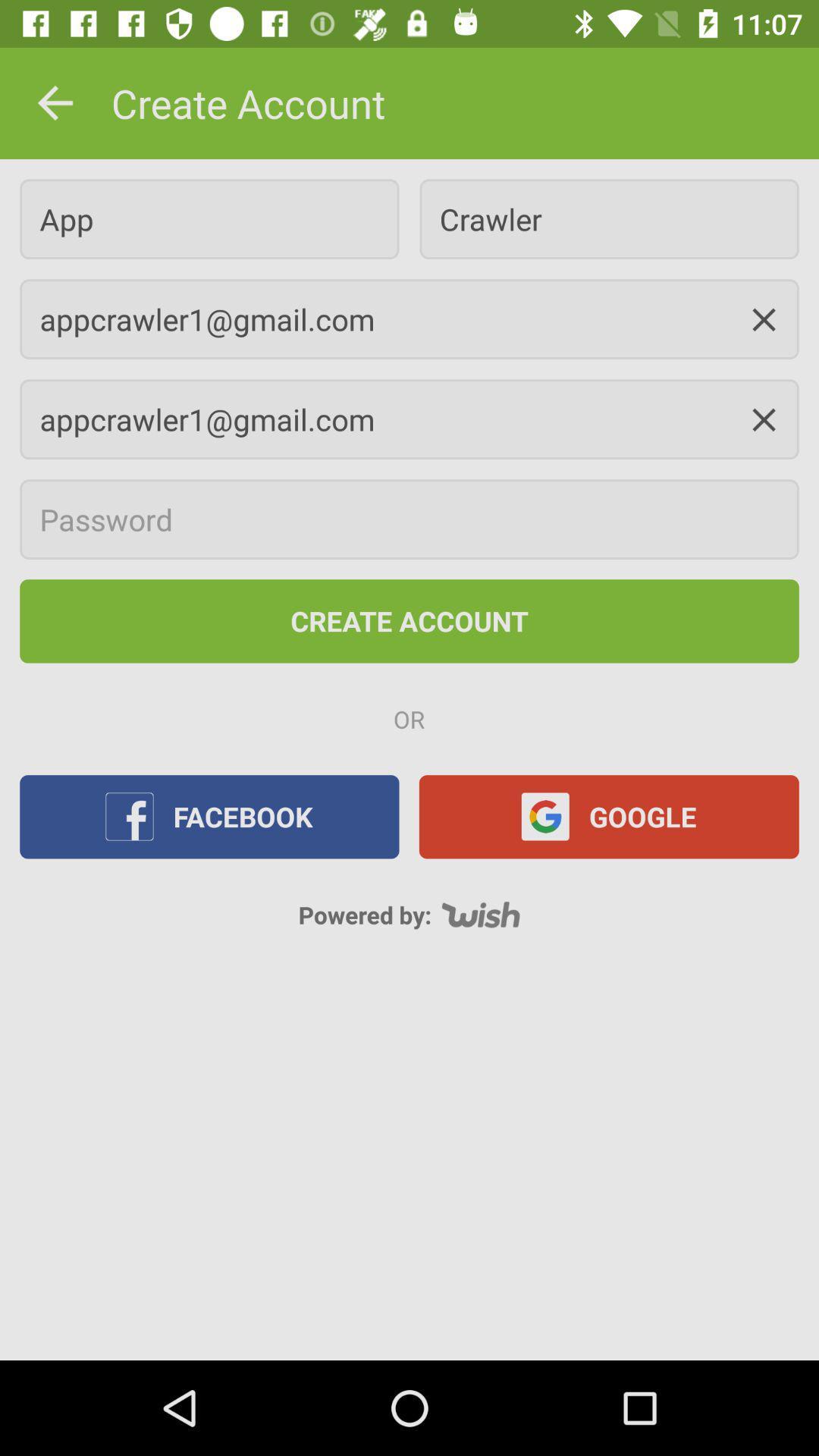 Image resolution: width=819 pixels, height=1456 pixels. I want to click on the item to the left of create account icon, so click(55, 102).